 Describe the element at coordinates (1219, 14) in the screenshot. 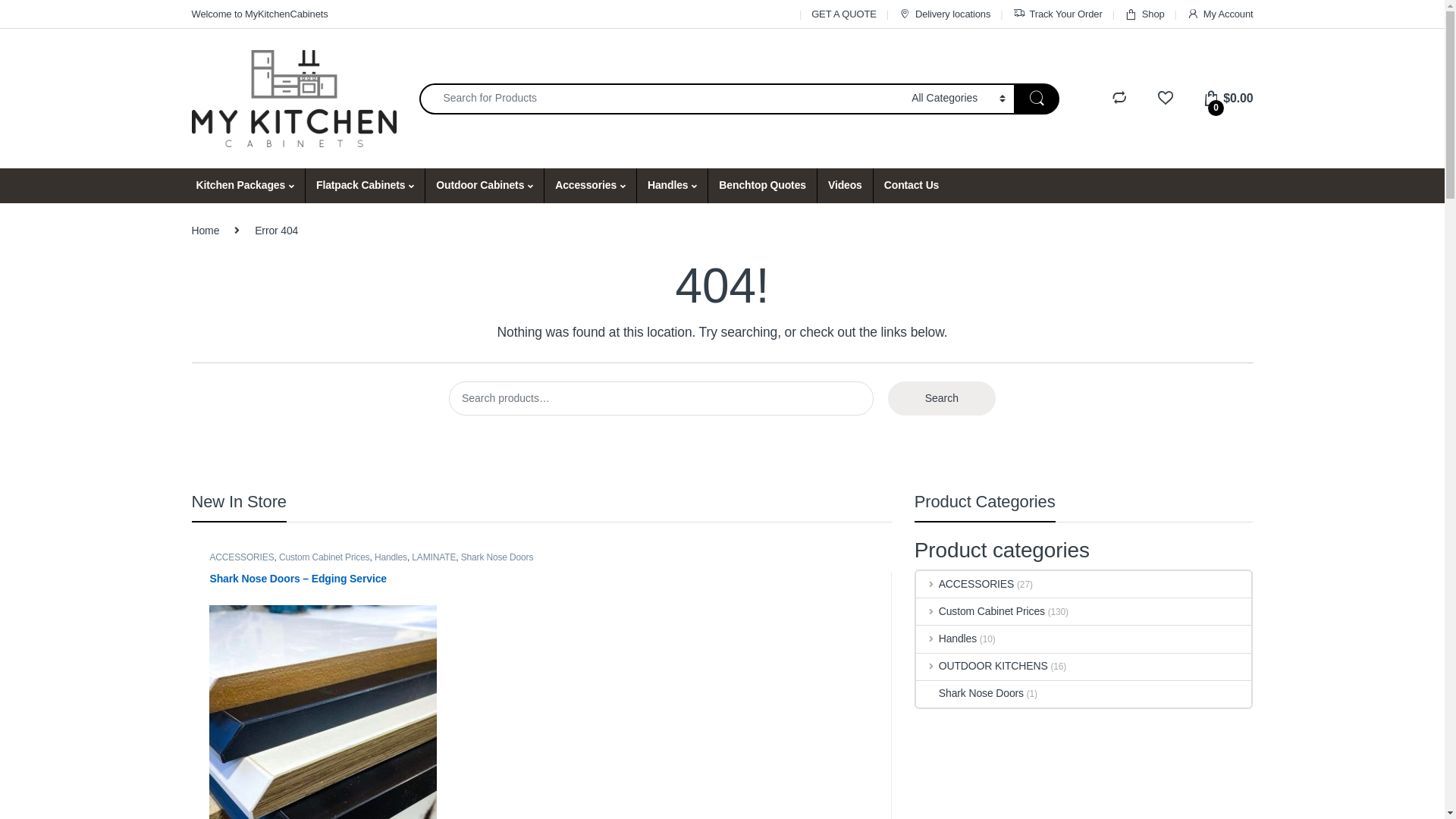

I see `'My Account'` at that location.